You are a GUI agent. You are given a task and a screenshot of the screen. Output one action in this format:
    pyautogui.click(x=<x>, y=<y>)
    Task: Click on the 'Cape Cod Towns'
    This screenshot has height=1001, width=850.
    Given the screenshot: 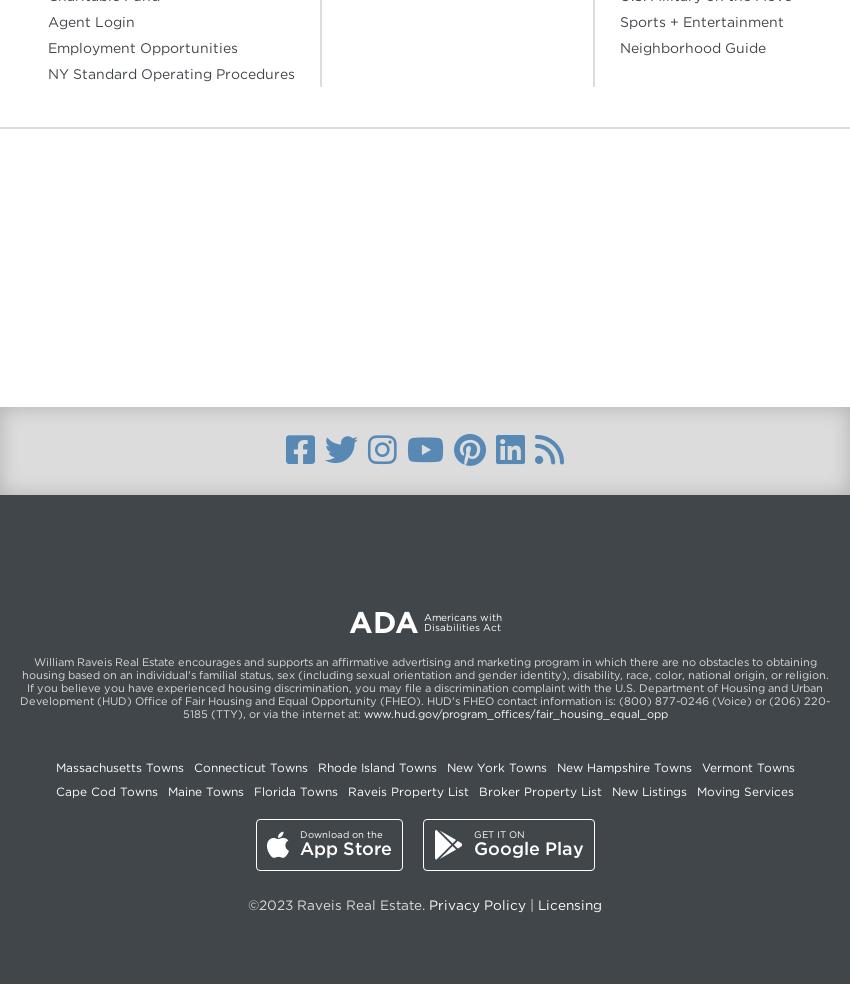 What is the action you would take?
    pyautogui.click(x=56, y=789)
    